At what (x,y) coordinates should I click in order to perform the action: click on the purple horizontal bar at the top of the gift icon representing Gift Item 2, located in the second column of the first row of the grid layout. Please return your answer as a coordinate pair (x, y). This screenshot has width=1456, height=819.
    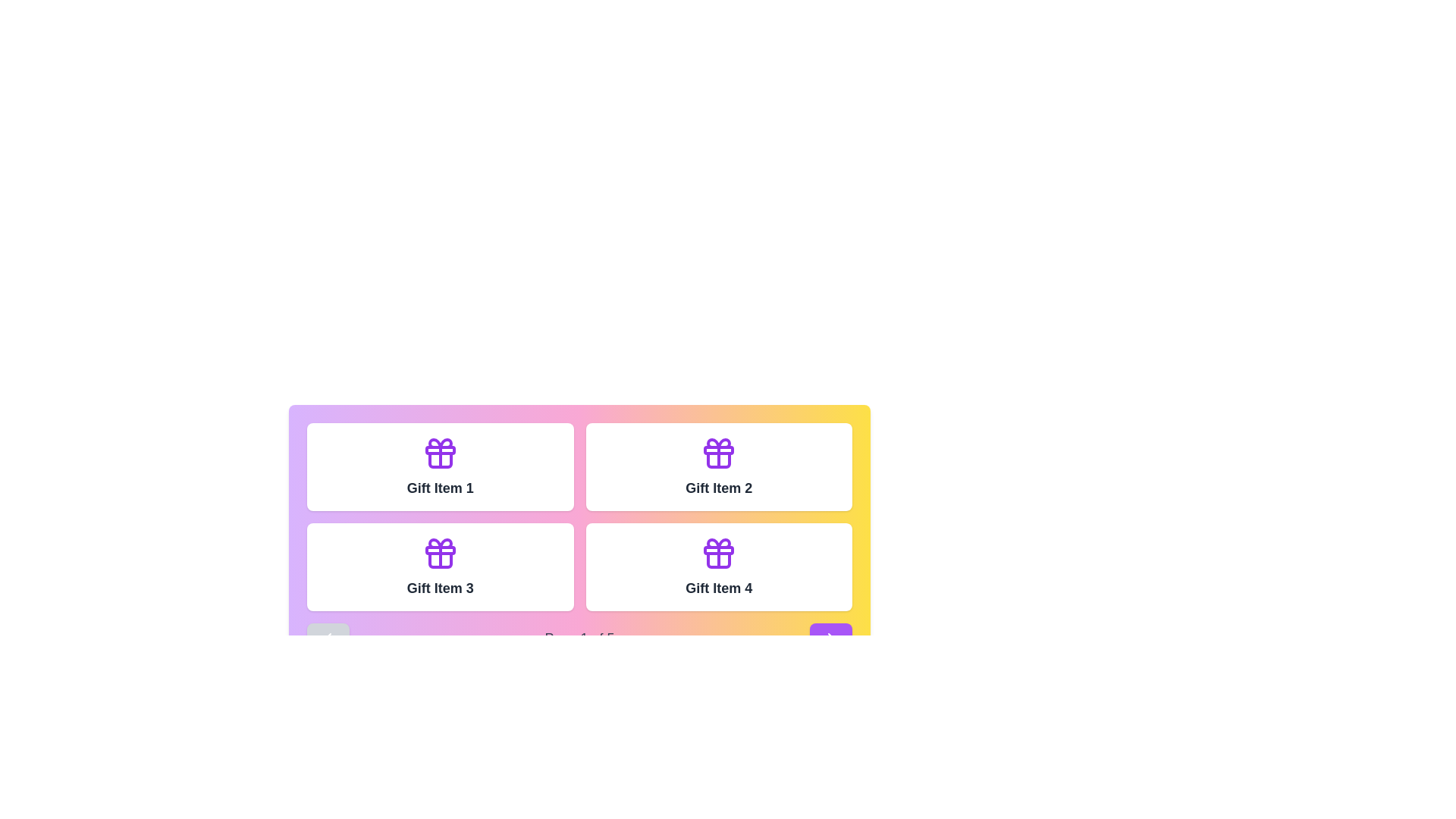
    Looking at the image, I should click on (718, 450).